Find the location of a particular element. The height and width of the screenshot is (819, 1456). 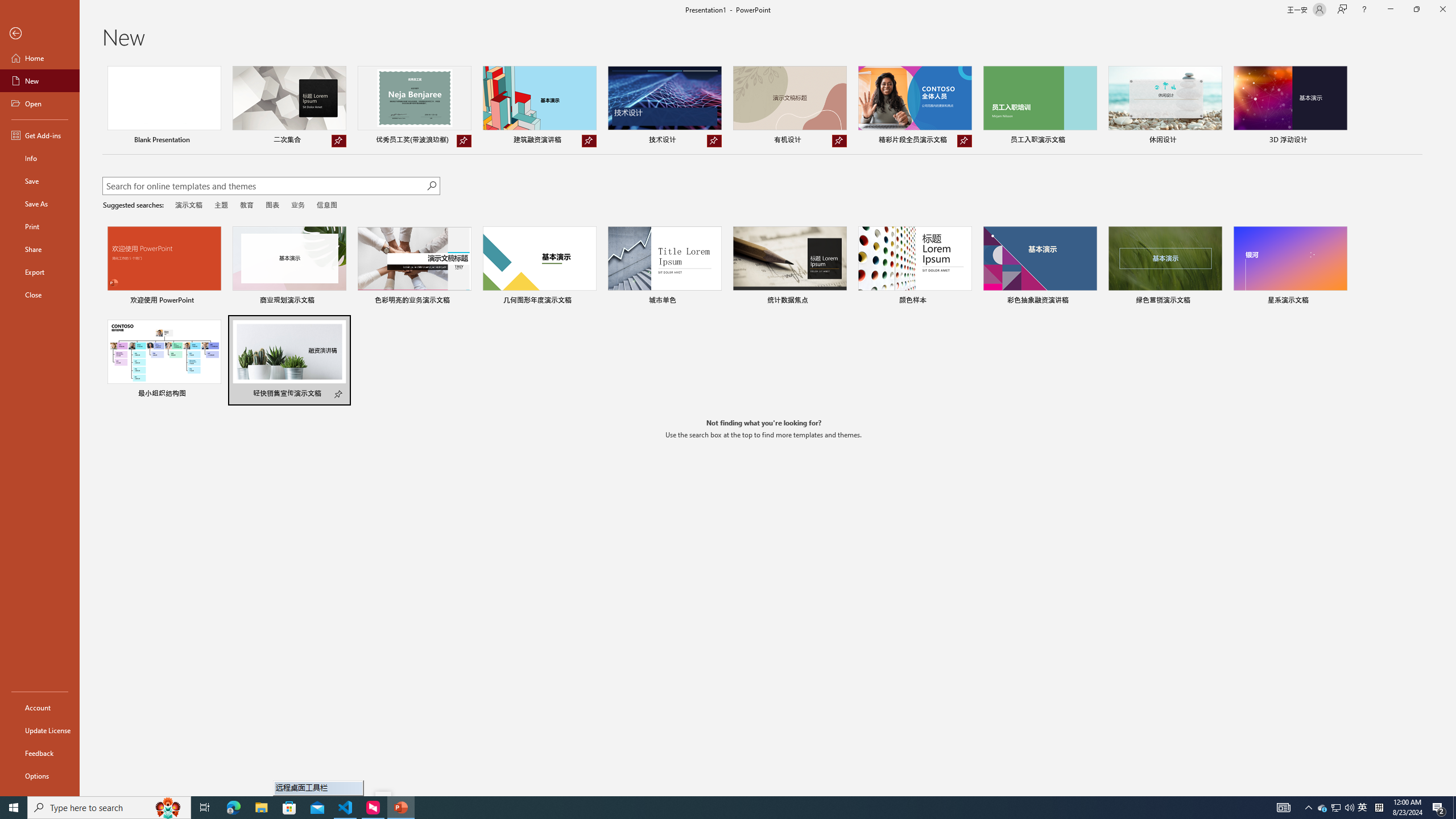

'Update License' is located at coordinates (39, 730).